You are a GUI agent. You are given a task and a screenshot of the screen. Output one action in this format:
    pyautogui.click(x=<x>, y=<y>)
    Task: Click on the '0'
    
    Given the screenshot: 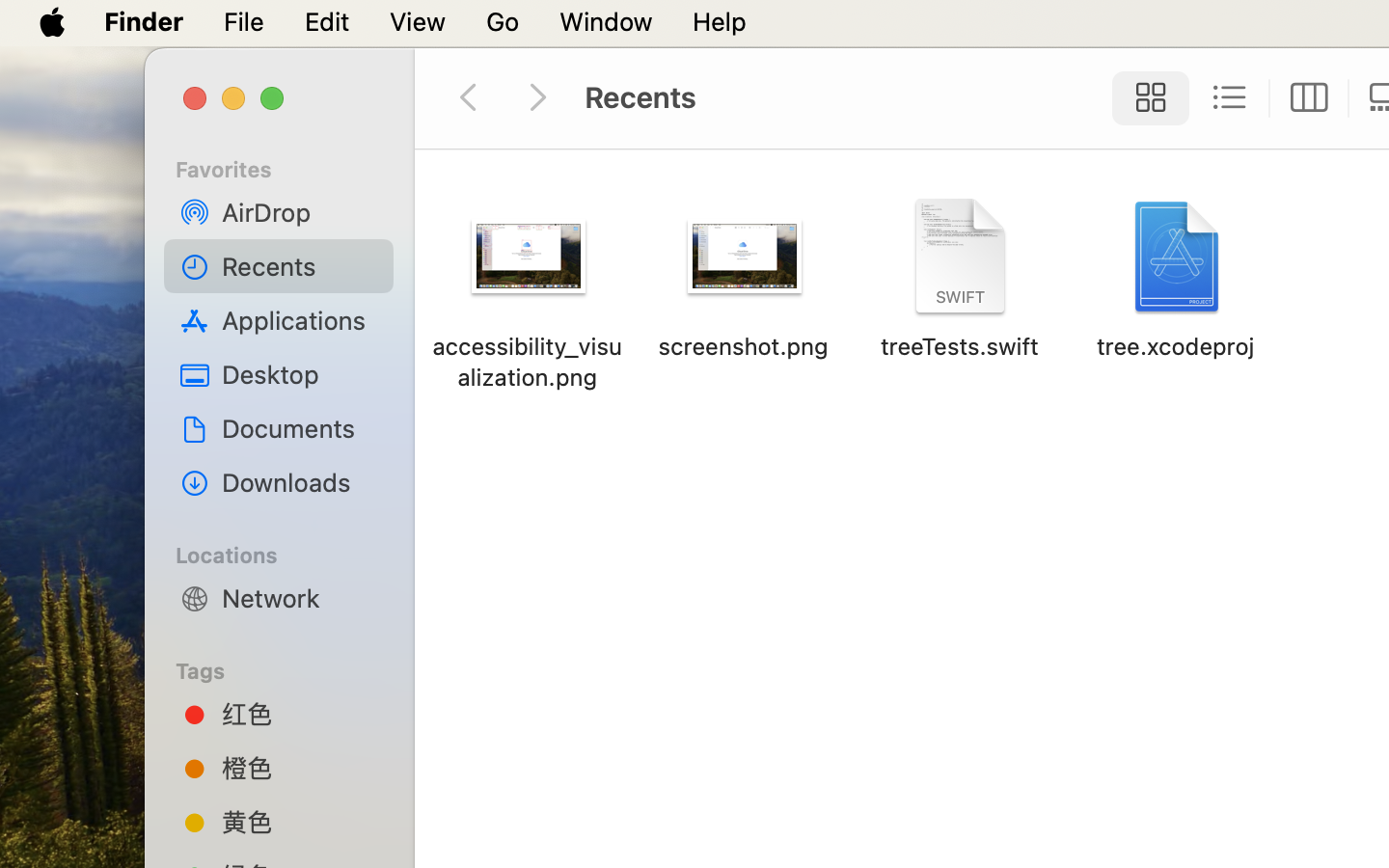 What is the action you would take?
    pyautogui.click(x=1308, y=96)
    